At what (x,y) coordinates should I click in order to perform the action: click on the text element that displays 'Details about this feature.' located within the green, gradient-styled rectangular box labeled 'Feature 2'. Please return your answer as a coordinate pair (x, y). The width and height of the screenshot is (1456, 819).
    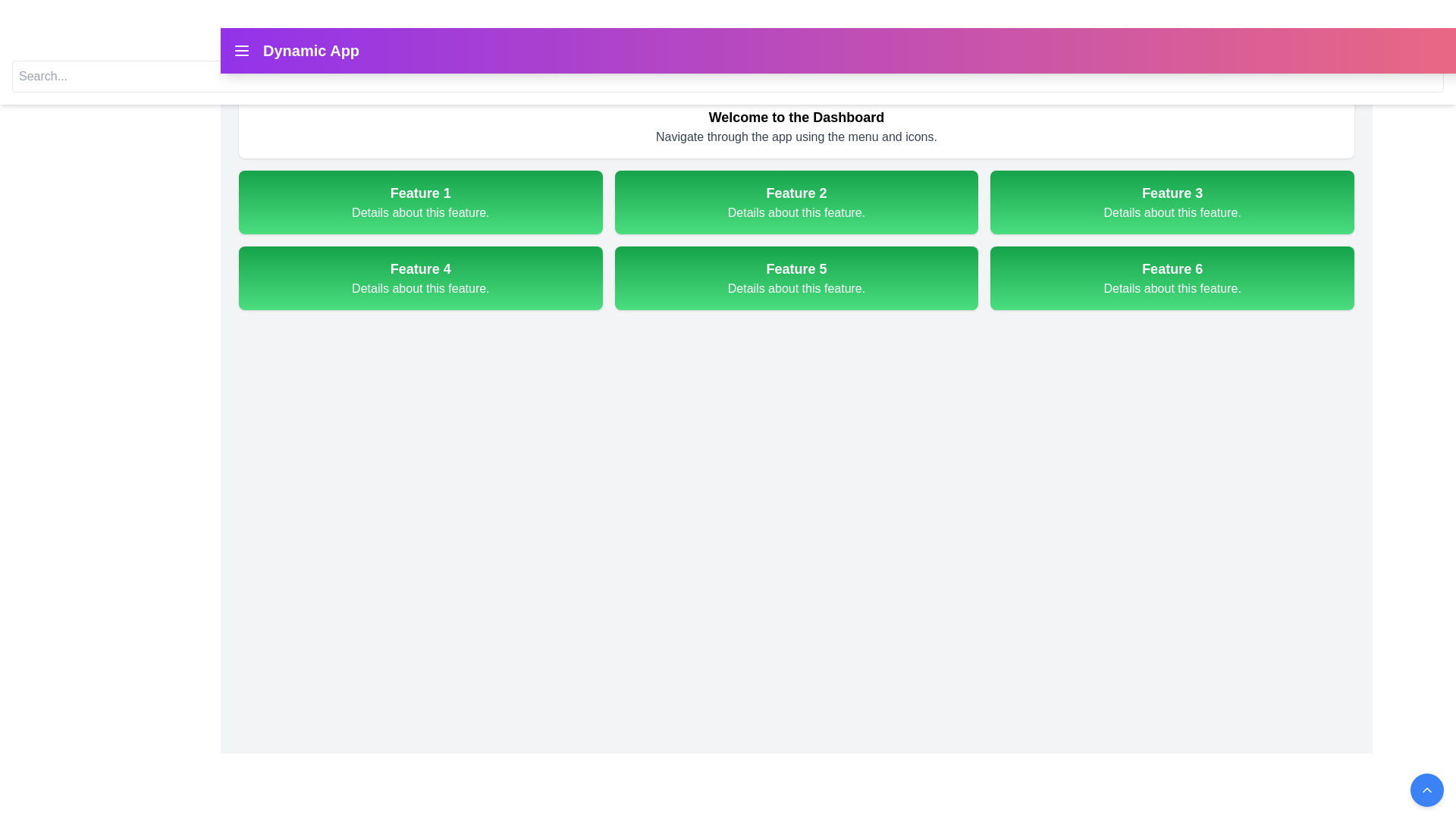
    Looking at the image, I should click on (795, 213).